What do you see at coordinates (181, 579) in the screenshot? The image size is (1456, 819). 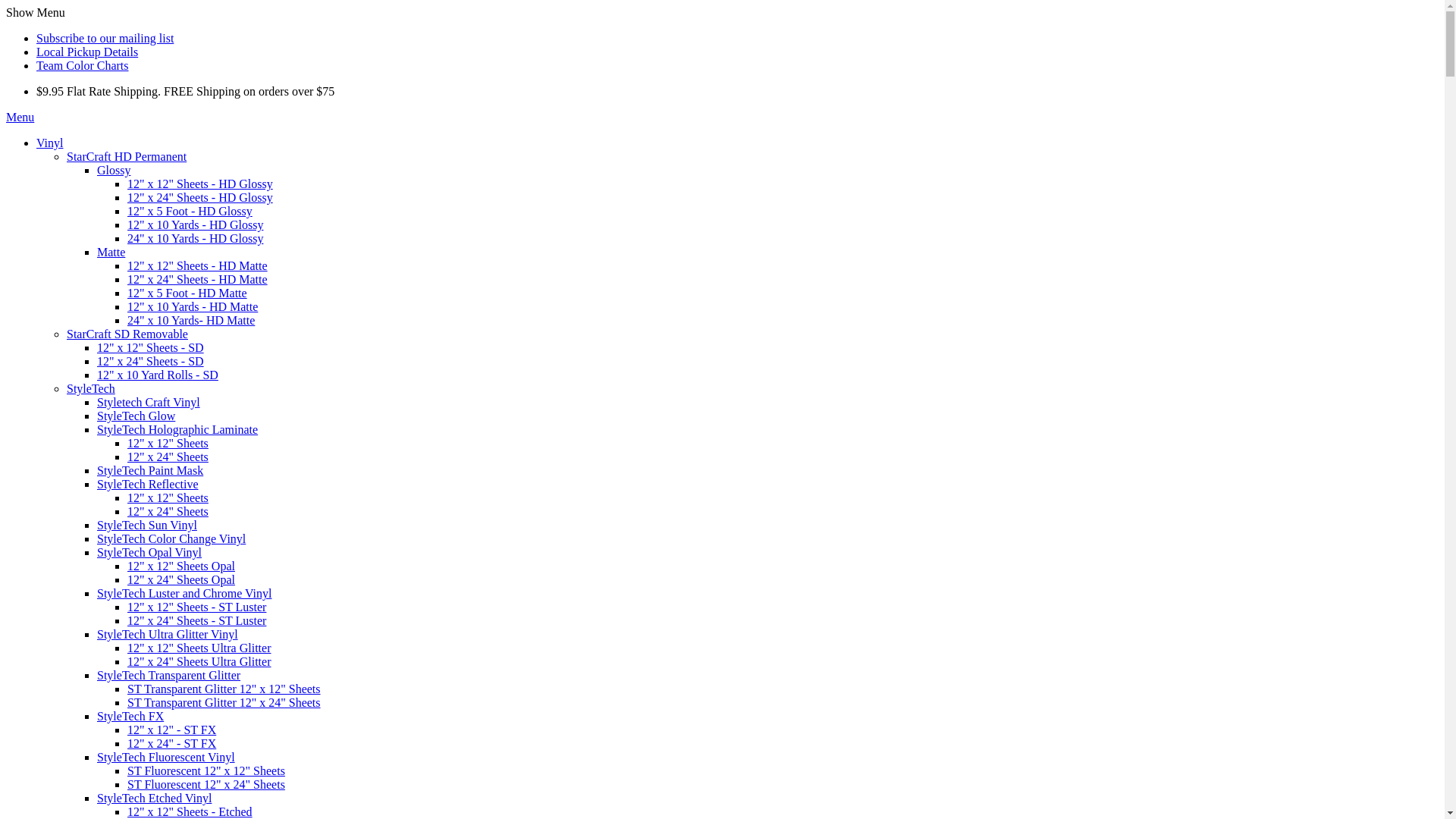 I see `'12" x 24" Sheets Opal'` at bounding box center [181, 579].